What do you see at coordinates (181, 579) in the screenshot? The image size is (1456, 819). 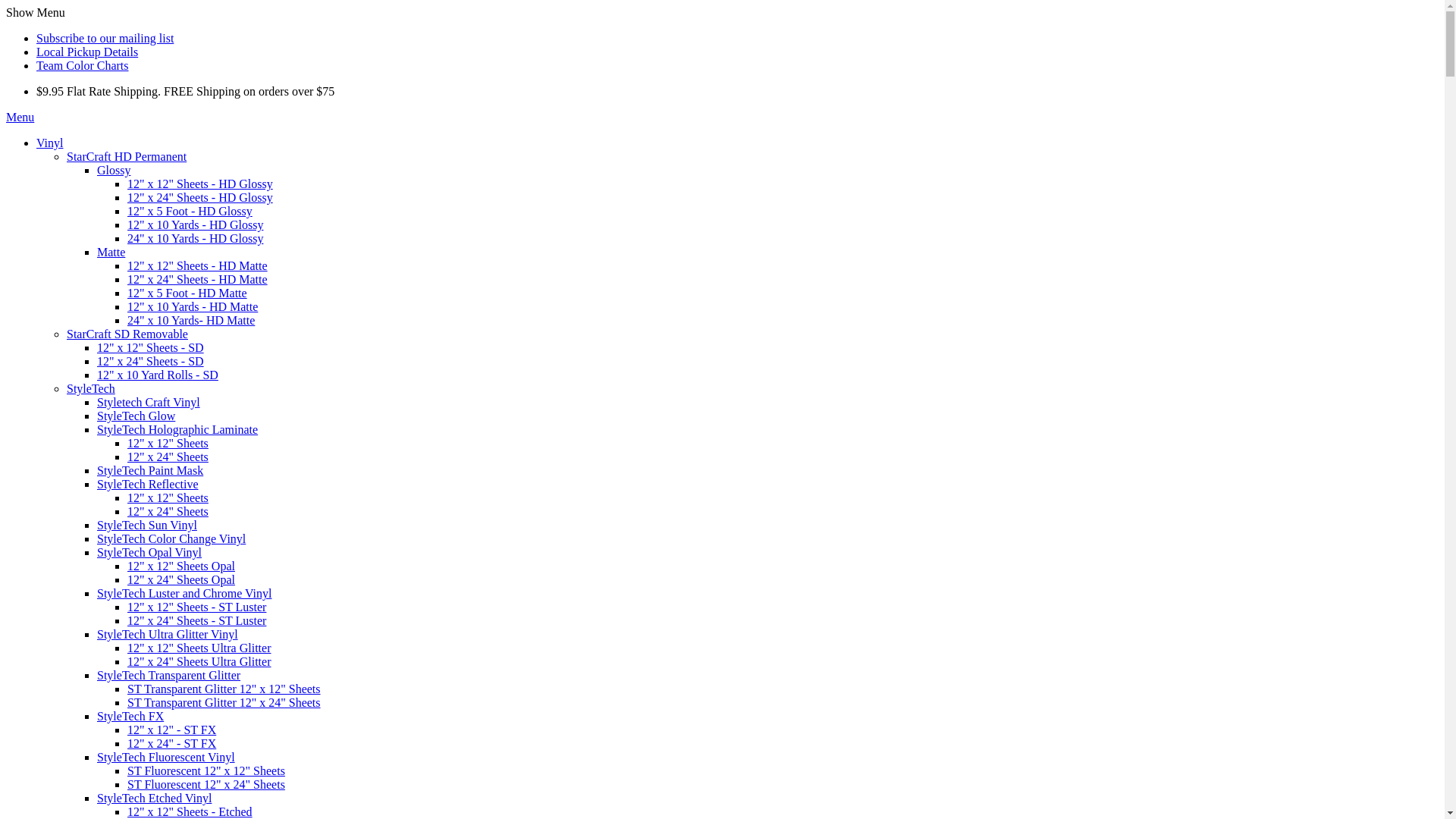 I see `'12" x 24" Sheets Opal'` at bounding box center [181, 579].